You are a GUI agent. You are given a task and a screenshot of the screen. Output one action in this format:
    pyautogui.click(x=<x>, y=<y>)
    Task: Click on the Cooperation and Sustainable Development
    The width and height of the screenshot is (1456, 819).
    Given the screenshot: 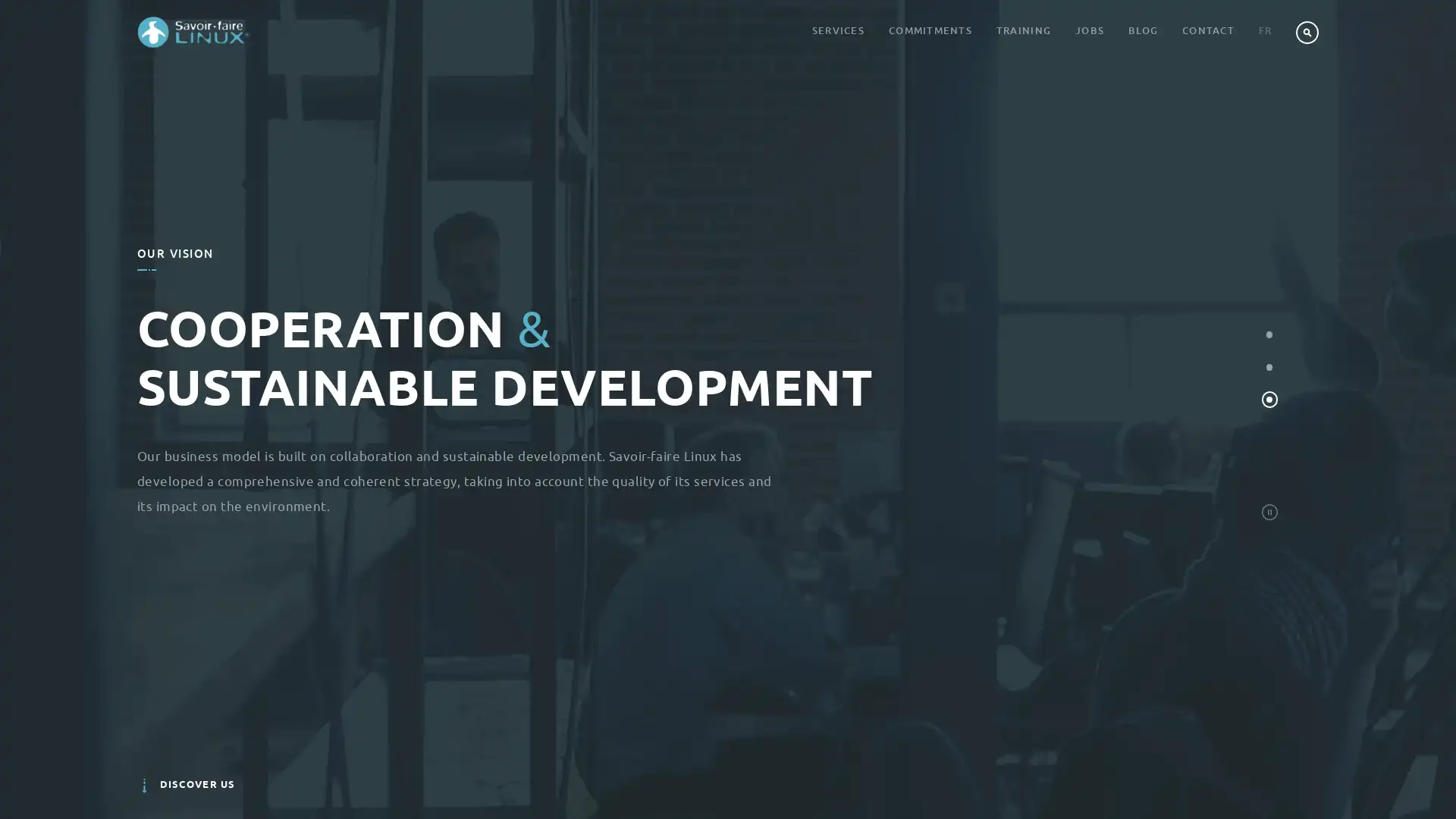 What is the action you would take?
    pyautogui.click(x=1269, y=398)
    